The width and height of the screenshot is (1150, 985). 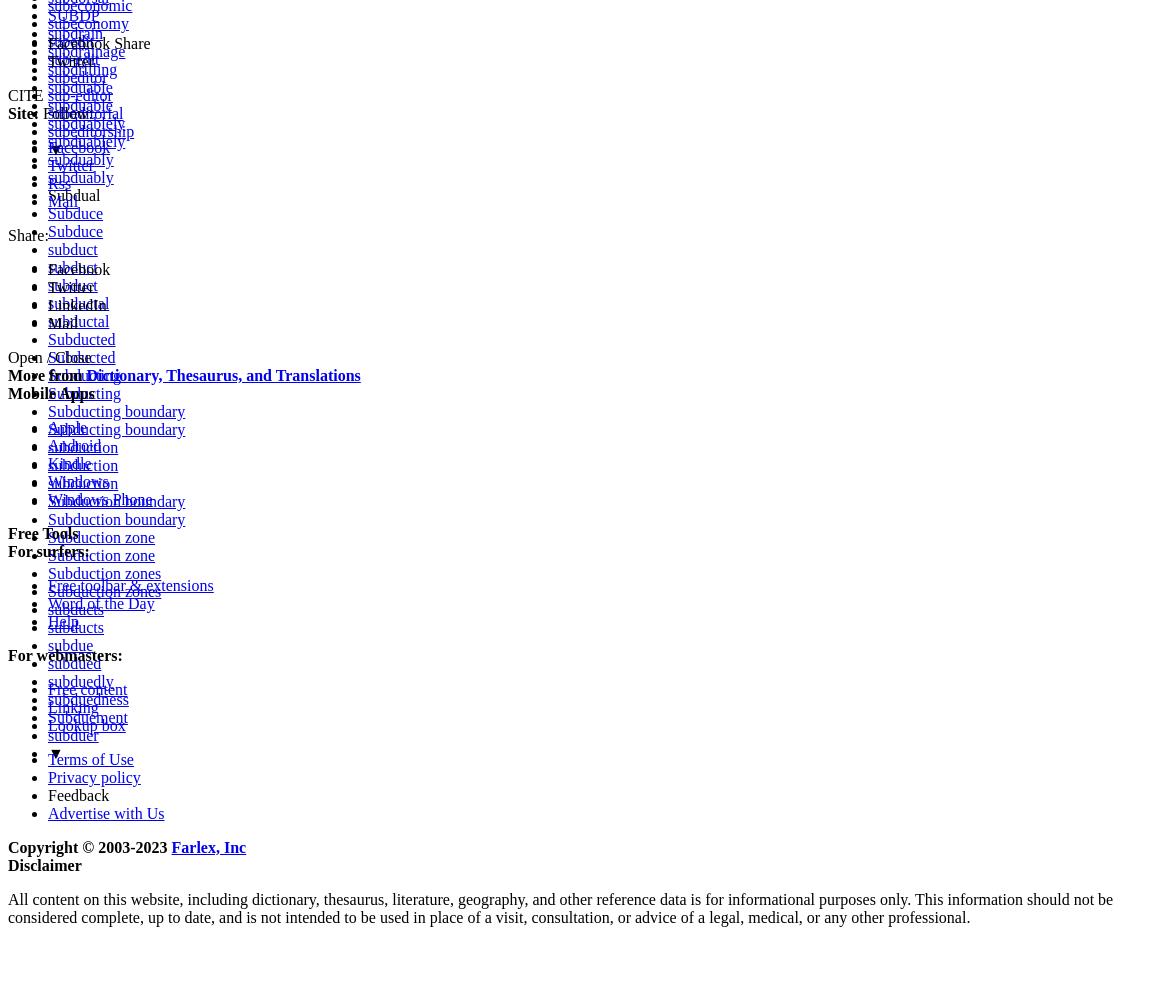 What do you see at coordinates (99, 498) in the screenshot?
I see `'Windows Phone'` at bounding box center [99, 498].